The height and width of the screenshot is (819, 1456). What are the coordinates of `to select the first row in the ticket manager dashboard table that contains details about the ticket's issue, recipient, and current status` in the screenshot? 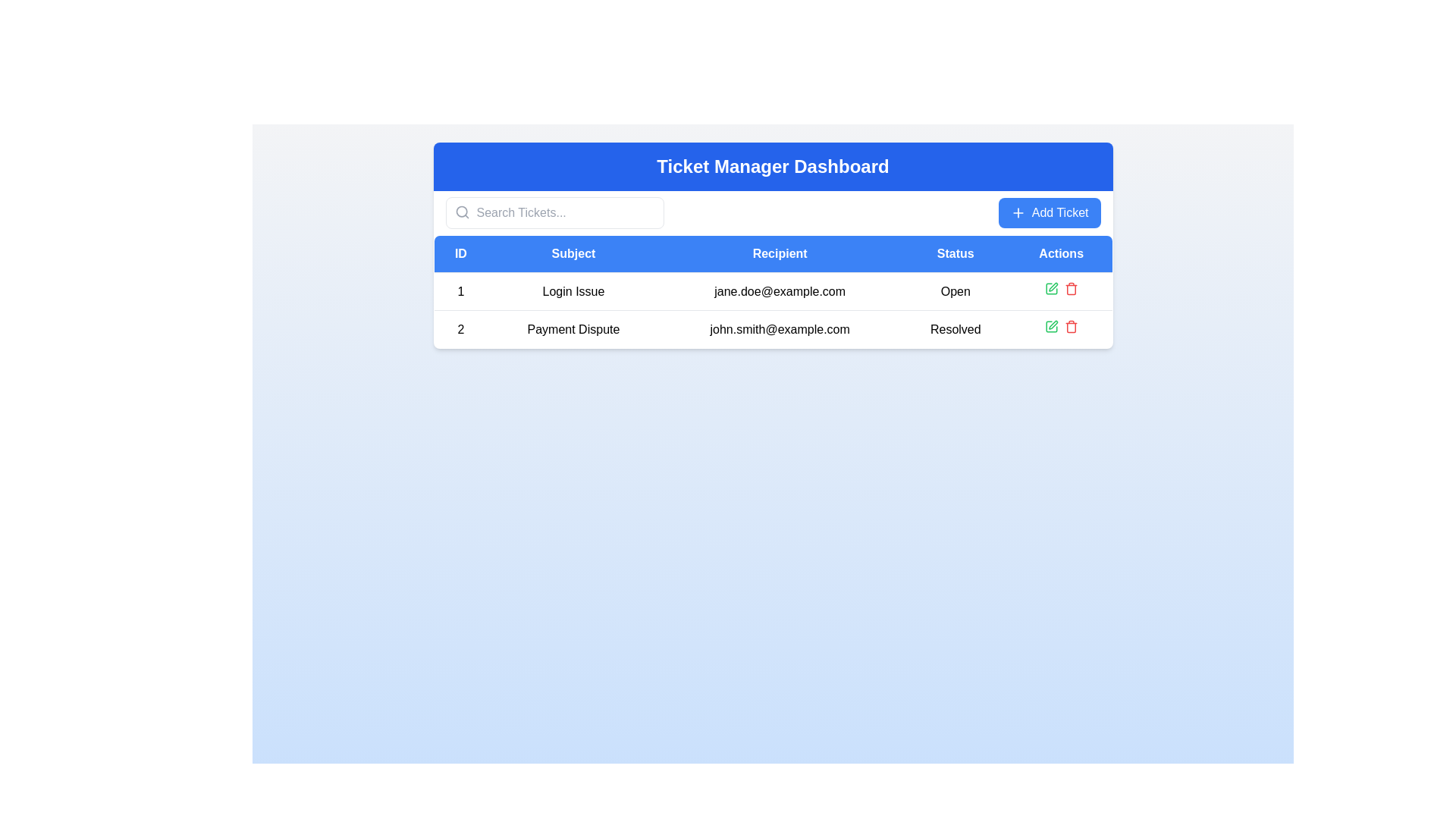 It's located at (773, 291).